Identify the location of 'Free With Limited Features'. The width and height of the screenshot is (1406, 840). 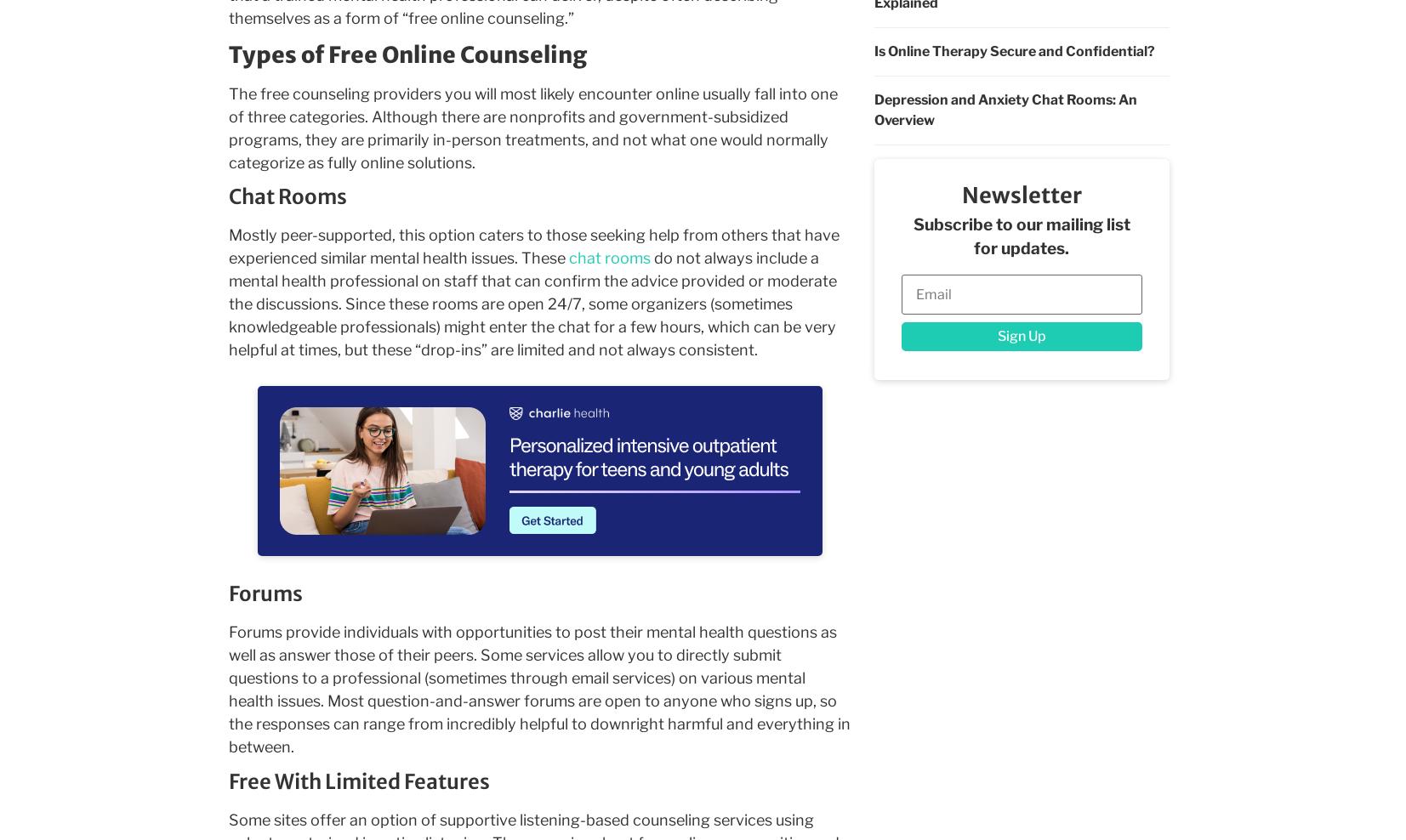
(357, 780).